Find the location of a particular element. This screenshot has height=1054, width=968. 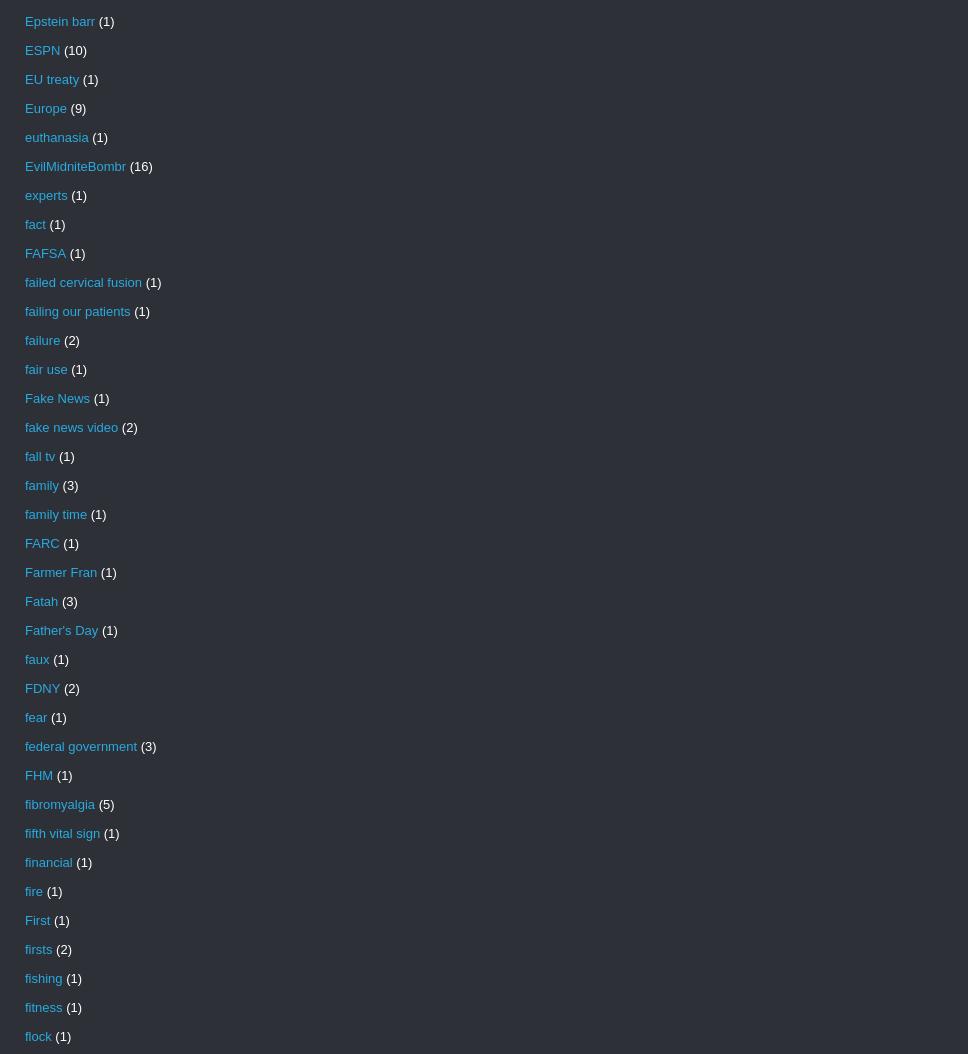

'firsts' is located at coordinates (24, 949).